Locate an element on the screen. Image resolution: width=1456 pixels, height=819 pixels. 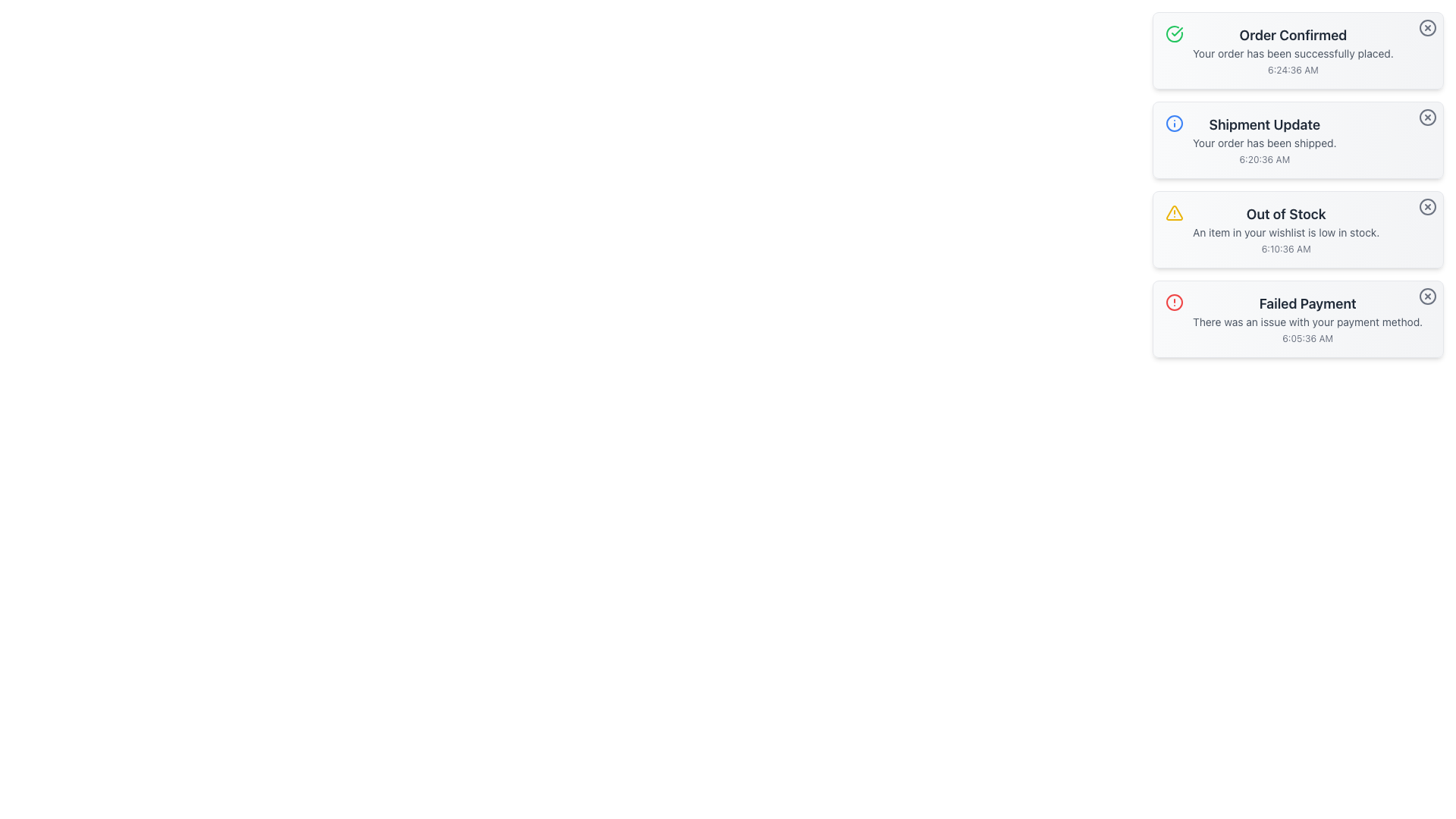
the close button located in the top-right corner of the 'Failed Payment' notification card to trigger a visual response is located at coordinates (1426, 296).